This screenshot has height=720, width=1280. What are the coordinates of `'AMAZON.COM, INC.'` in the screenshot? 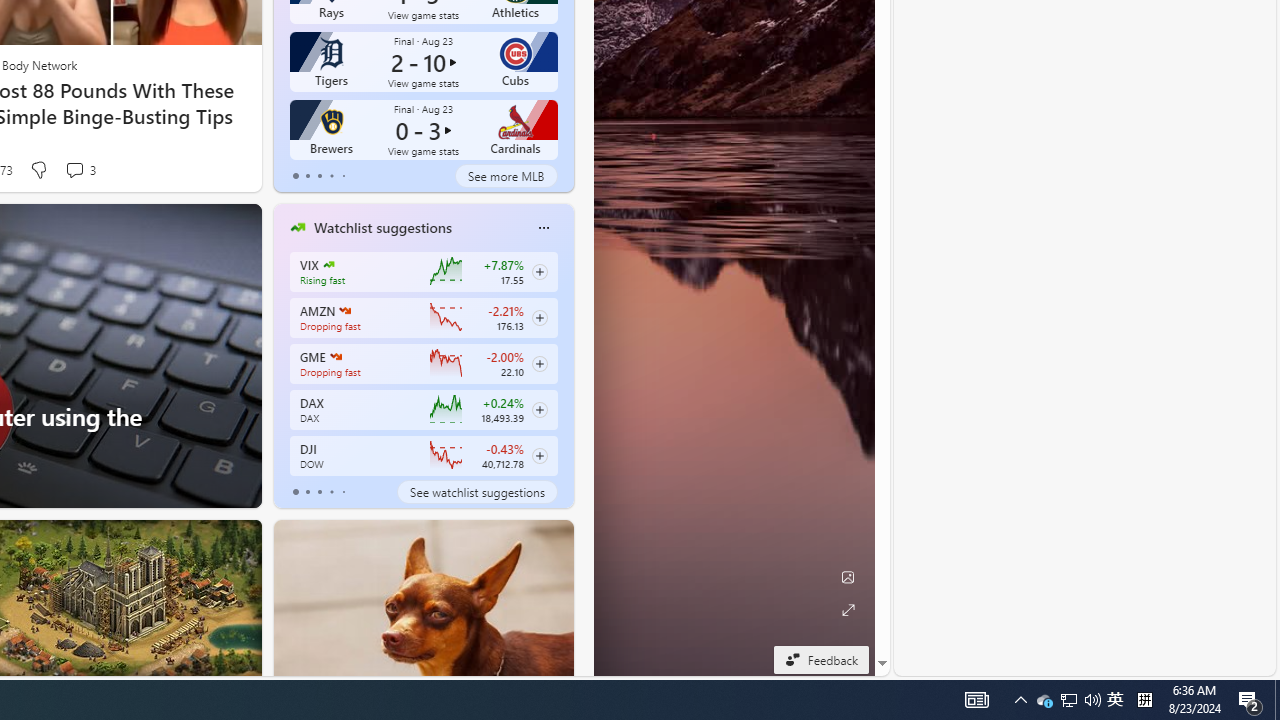 It's located at (344, 311).